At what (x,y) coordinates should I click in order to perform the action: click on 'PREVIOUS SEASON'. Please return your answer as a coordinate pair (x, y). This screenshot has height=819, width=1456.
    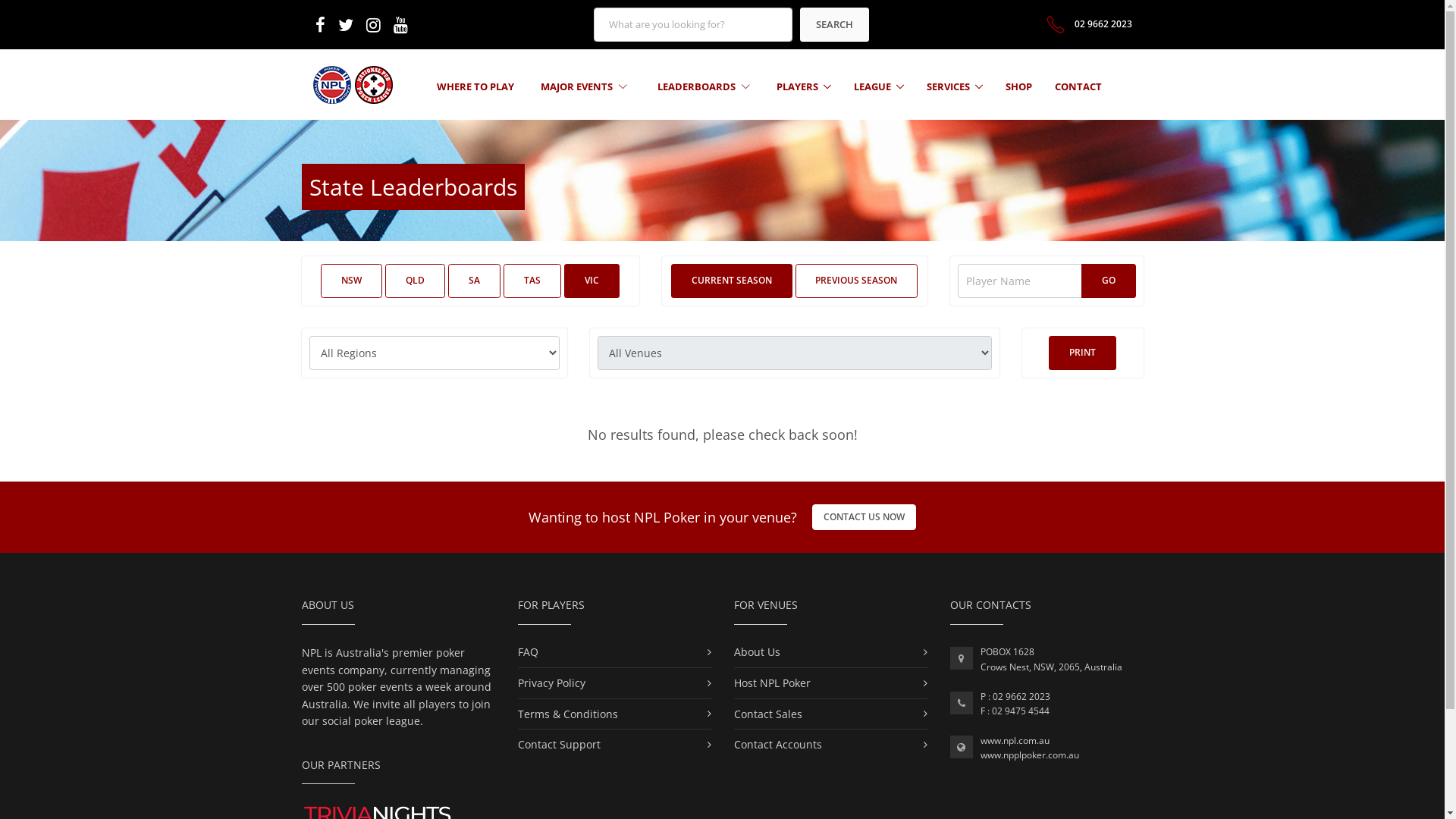
    Looking at the image, I should click on (855, 281).